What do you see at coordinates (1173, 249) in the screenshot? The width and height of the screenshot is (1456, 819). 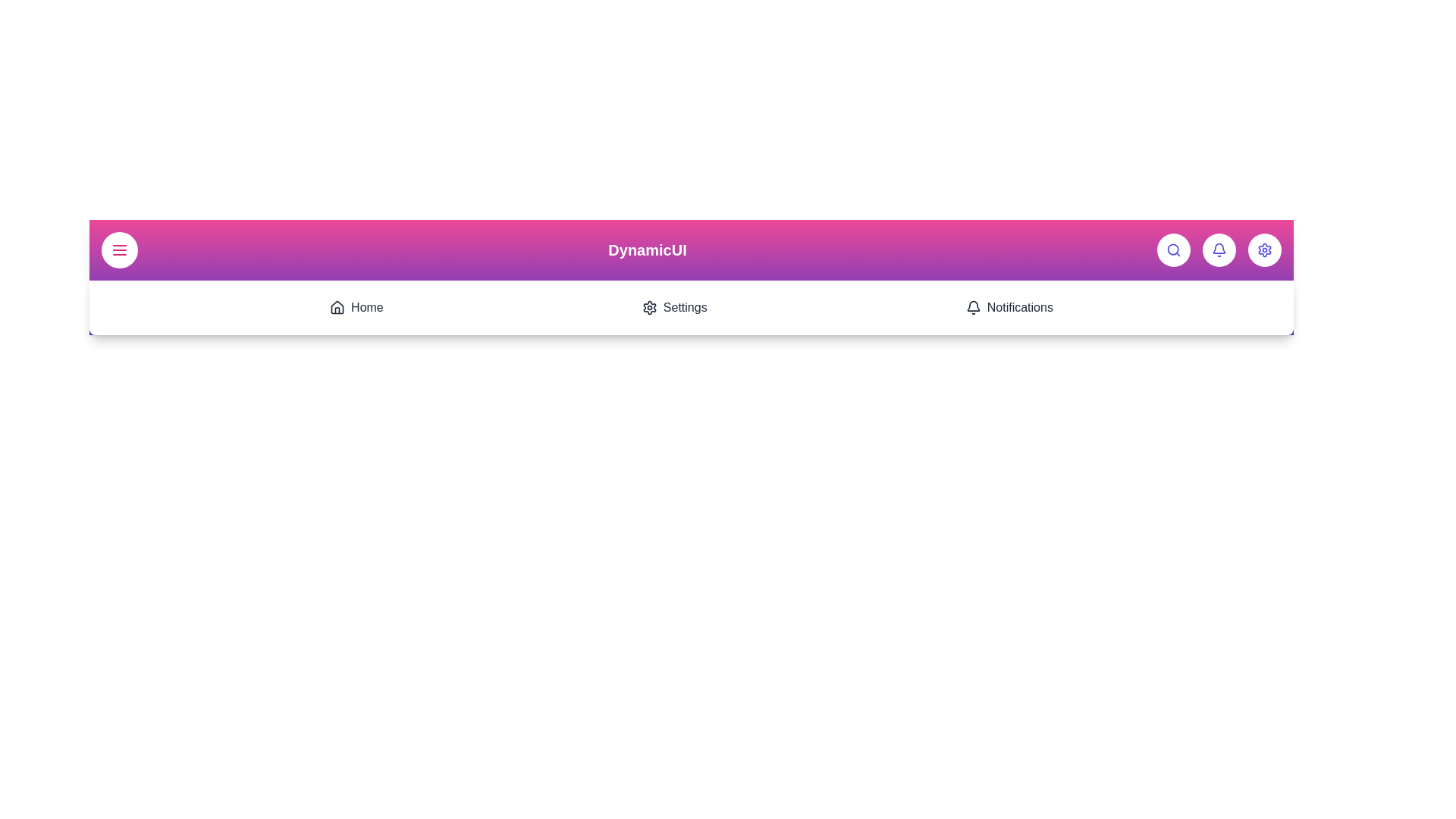 I see `the 'Search' button` at bounding box center [1173, 249].